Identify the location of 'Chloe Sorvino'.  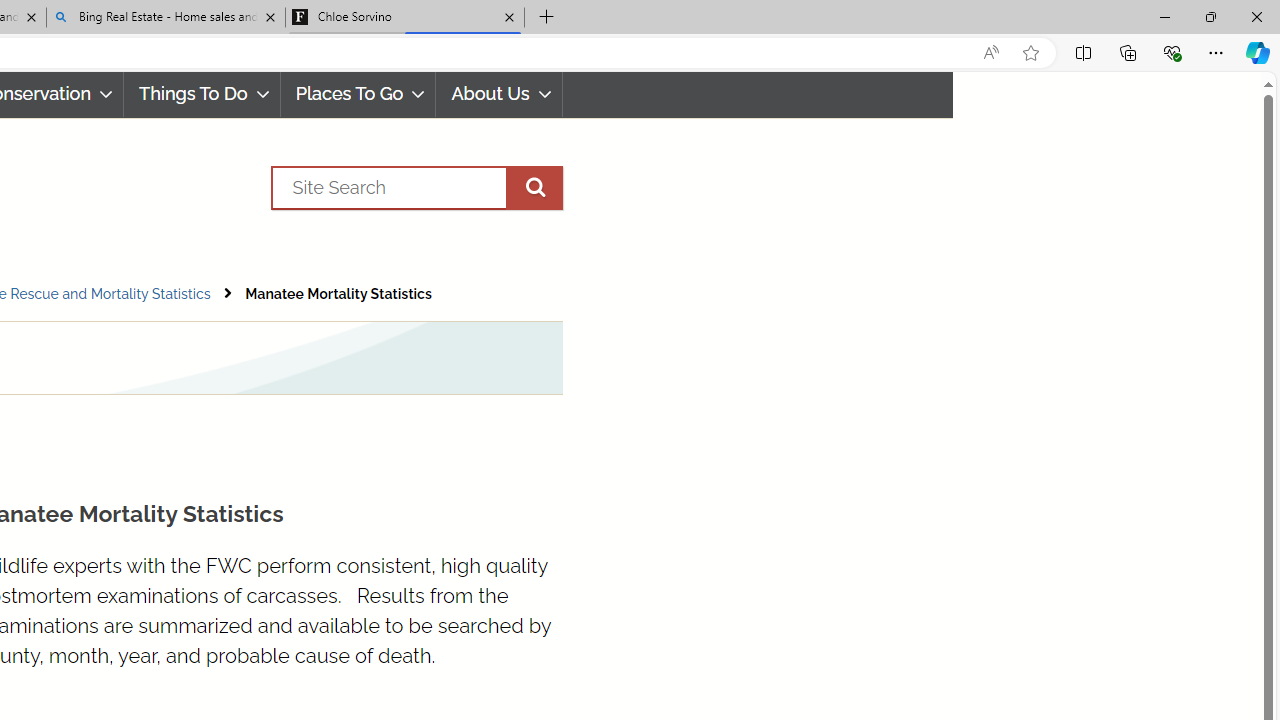
(403, 17).